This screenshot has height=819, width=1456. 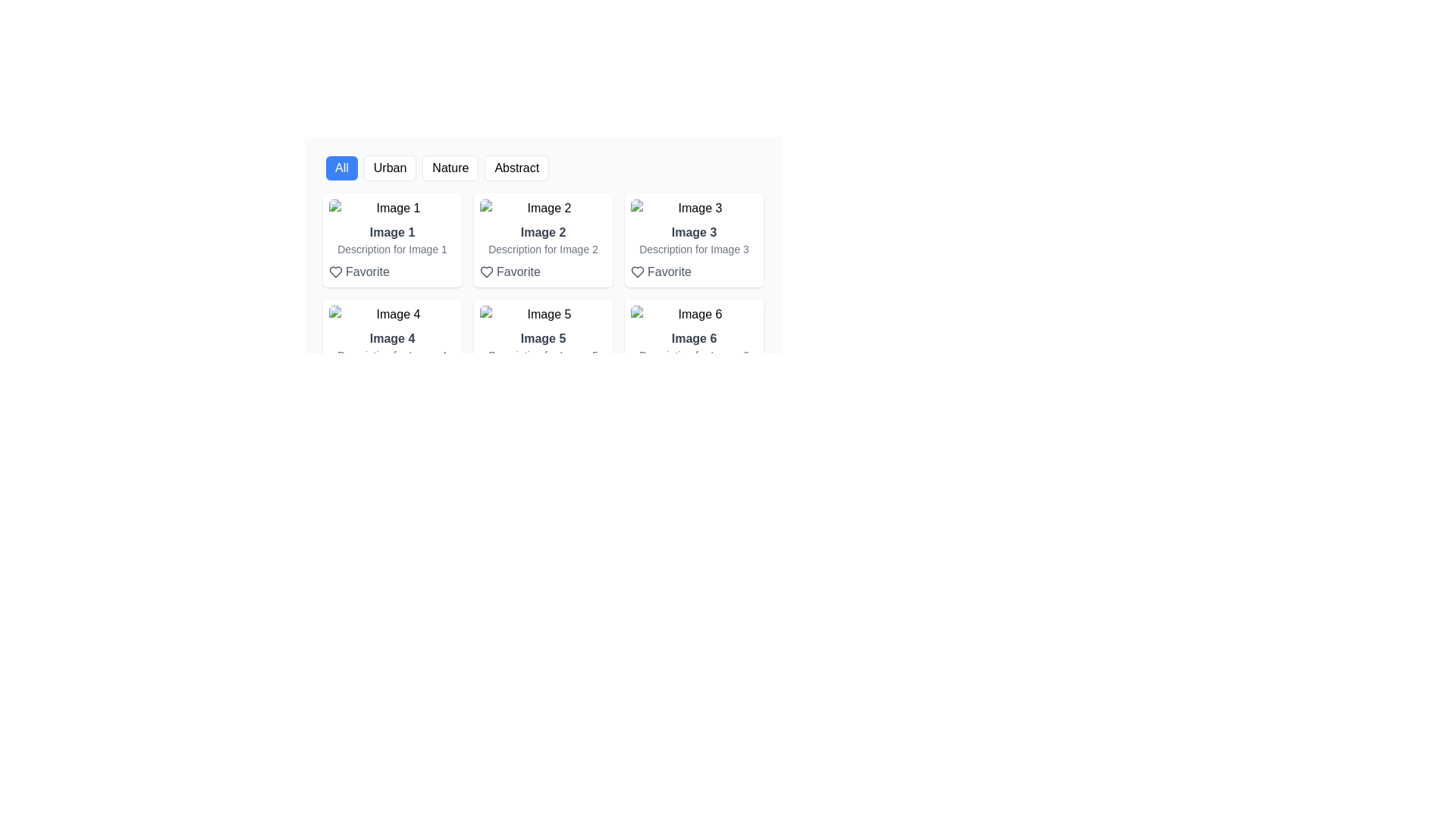 What do you see at coordinates (340, 168) in the screenshot?
I see `the blue button labeled 'All' with white text to apply the 'All' filter` at bounding box center [340, 168].